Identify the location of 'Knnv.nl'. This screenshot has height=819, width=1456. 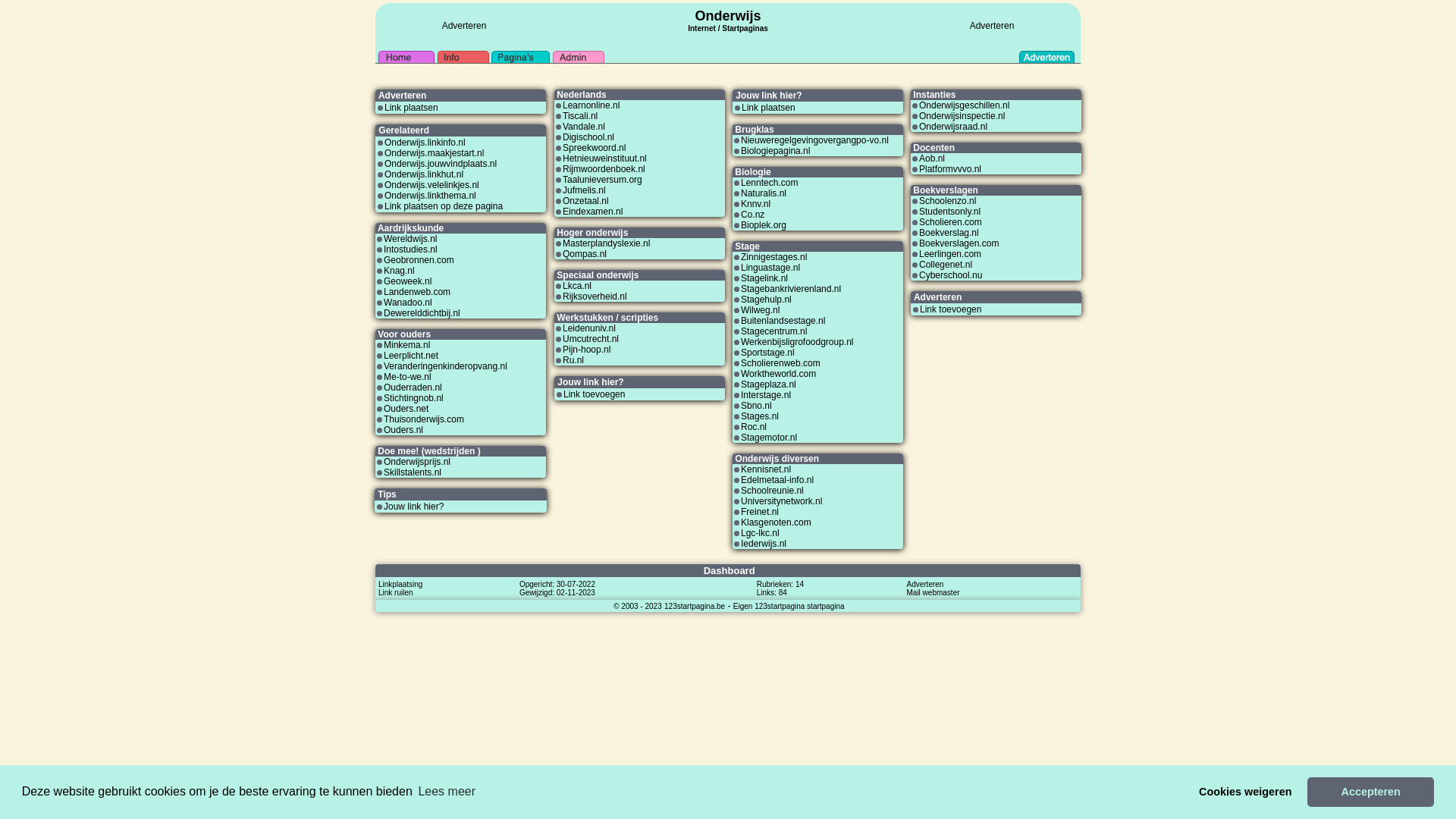
(741, 203).